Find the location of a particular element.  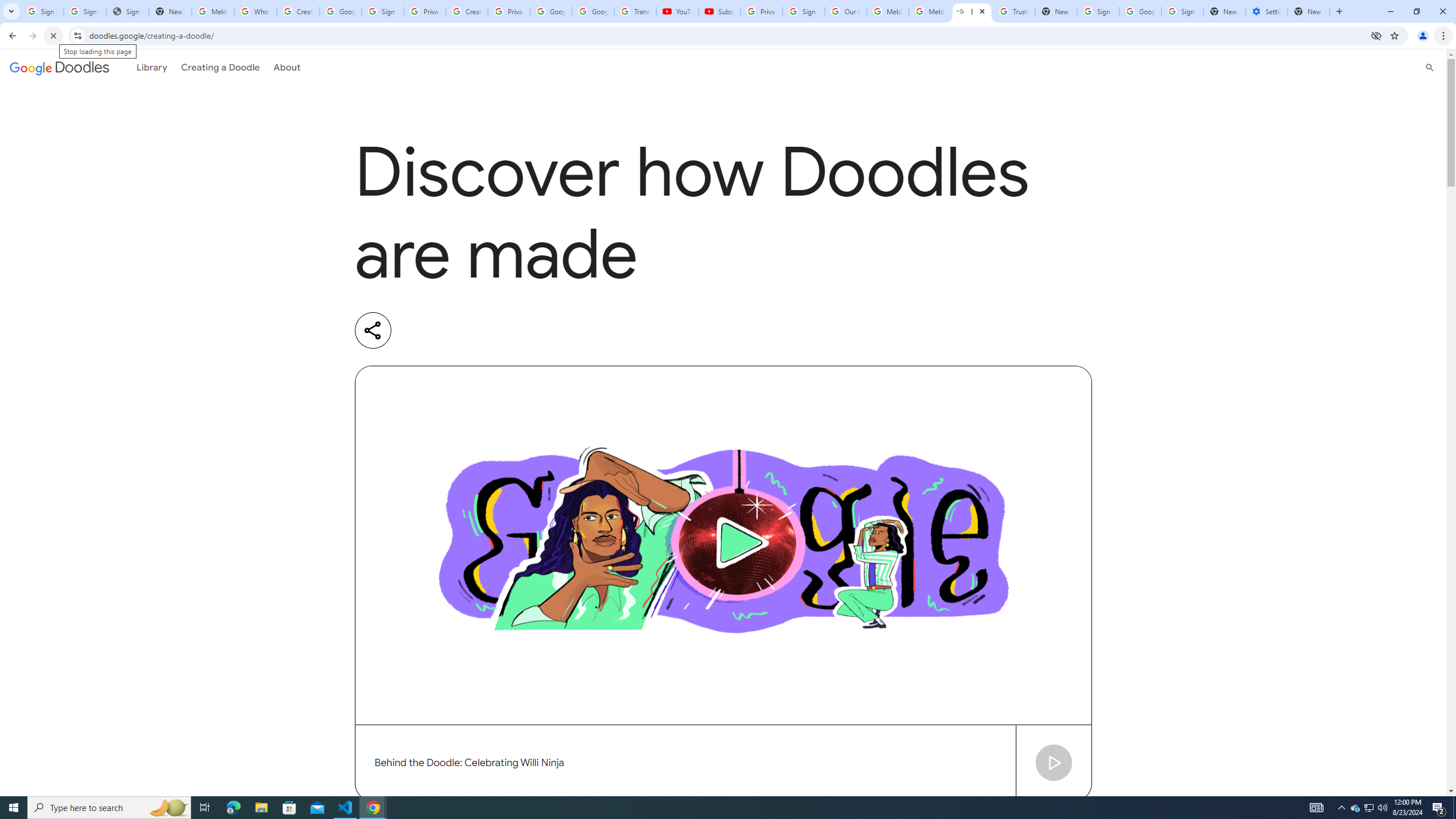

'Create your Google Account' is located at coordinates (466, 11).